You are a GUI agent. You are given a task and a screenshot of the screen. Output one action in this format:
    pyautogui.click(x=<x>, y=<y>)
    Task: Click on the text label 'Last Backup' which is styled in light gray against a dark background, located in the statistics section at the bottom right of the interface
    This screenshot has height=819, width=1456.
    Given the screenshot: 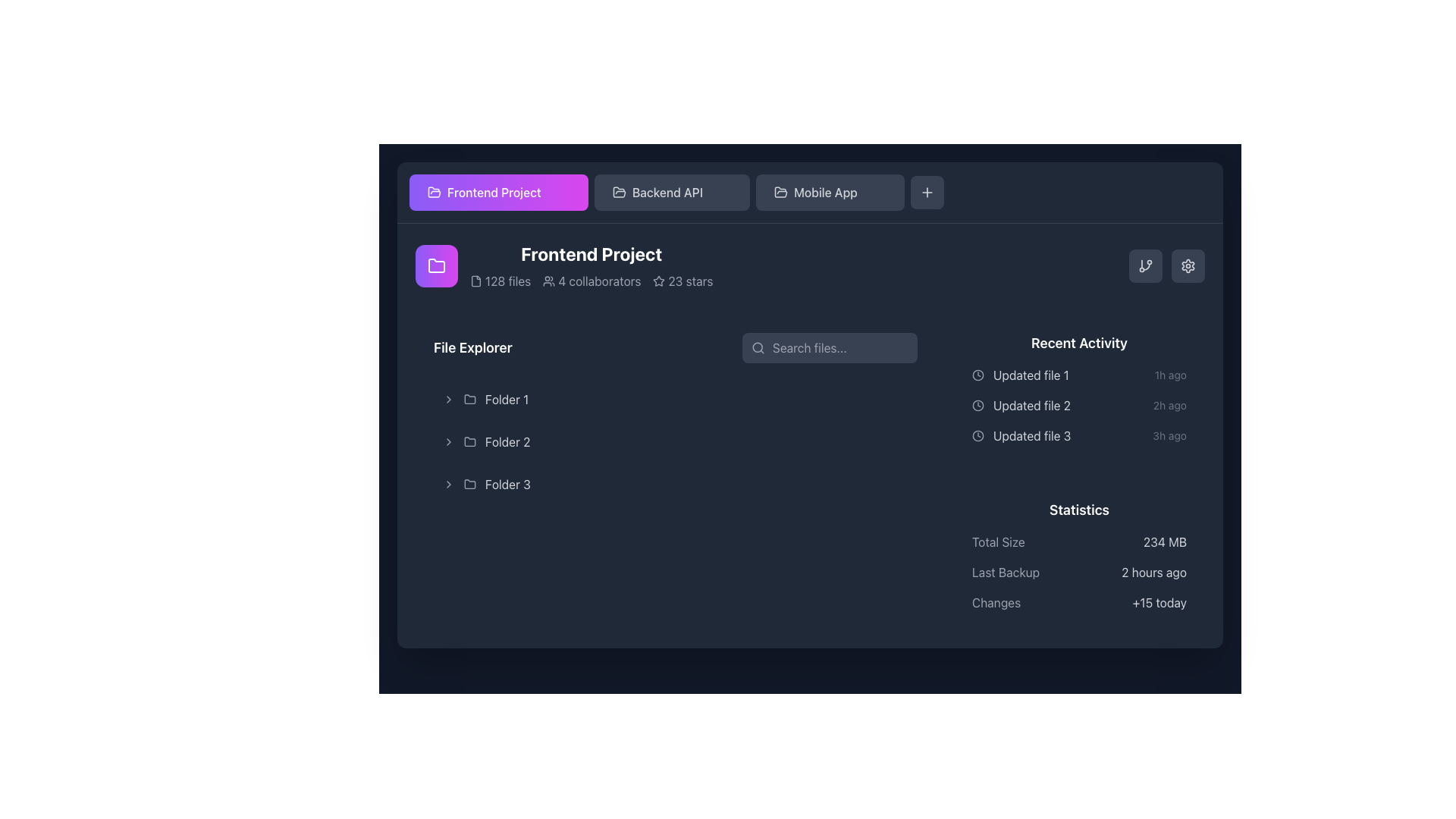 What is the action you would take?
    pyautogui.click(x=1006, y=573)
    